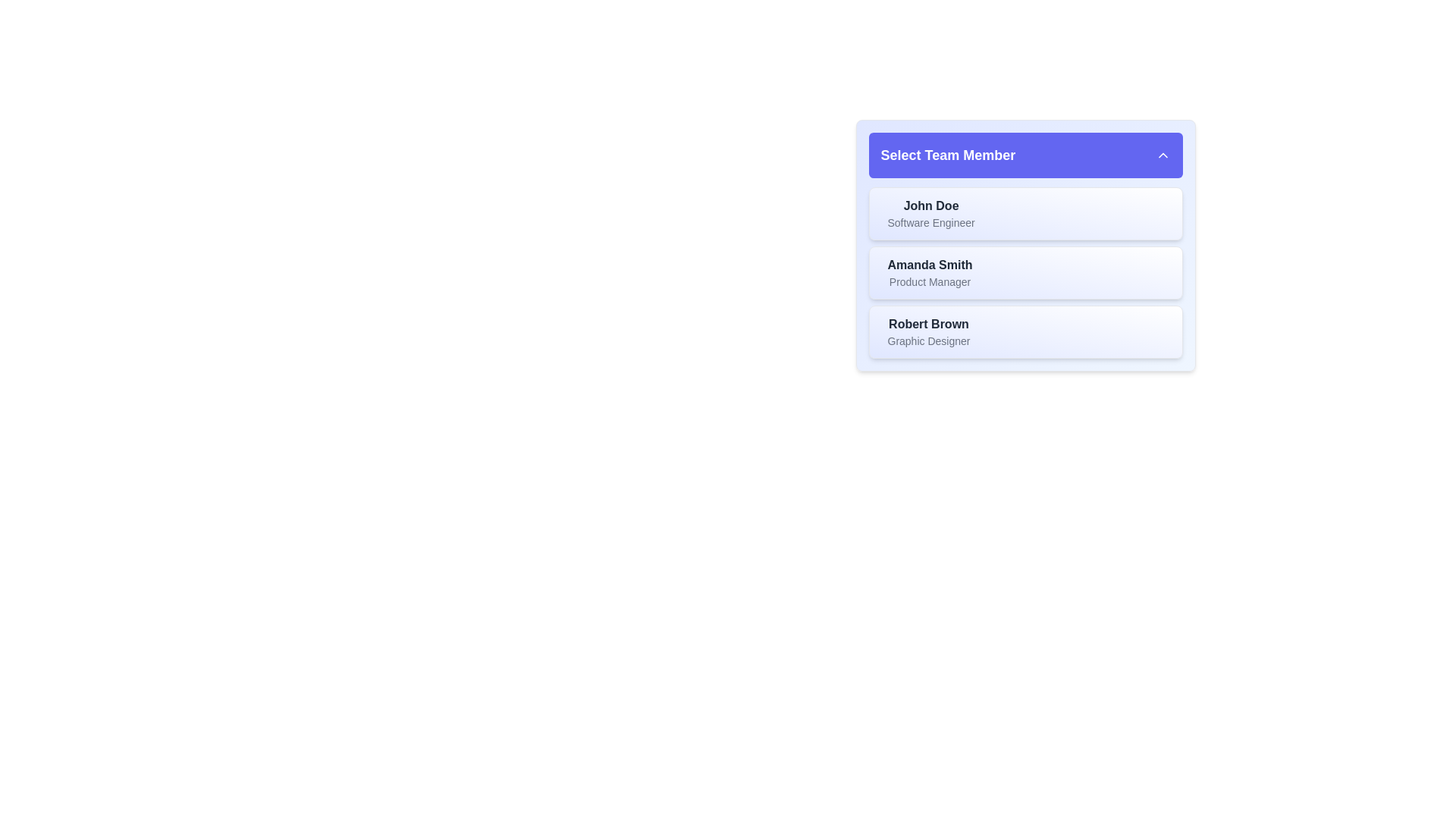 This screenshot has height=819, width=1456. Describe the element at coordinates (929, 281) in the screenshot. I see `the text label displaying 'Product Manager' located beneath 'Amanda Smith' in the vertical list of team members` at that location.